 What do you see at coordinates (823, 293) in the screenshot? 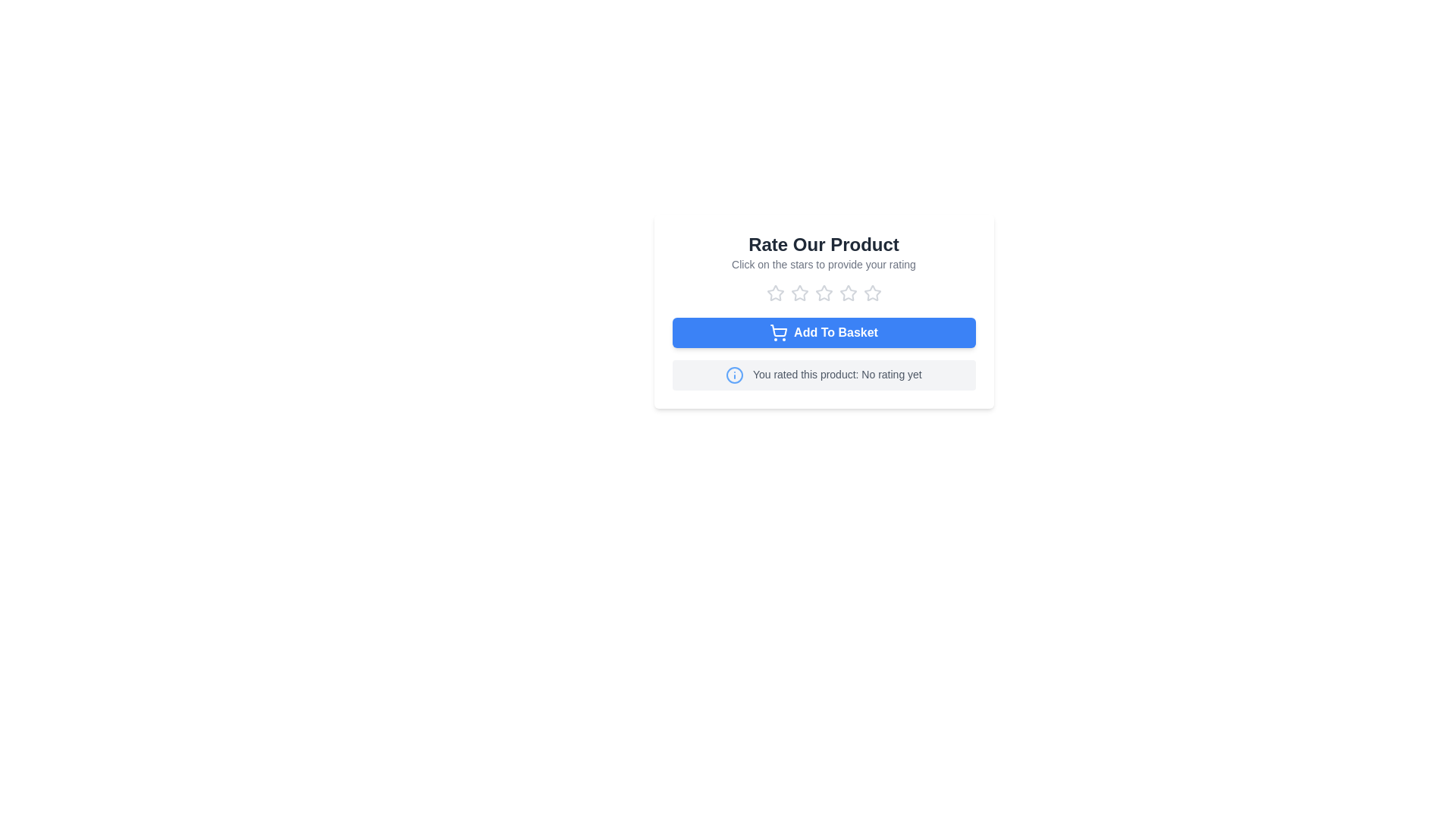
I see `the A rating component consisting of five interactive gray star icons` at bounding box center [823, 293].